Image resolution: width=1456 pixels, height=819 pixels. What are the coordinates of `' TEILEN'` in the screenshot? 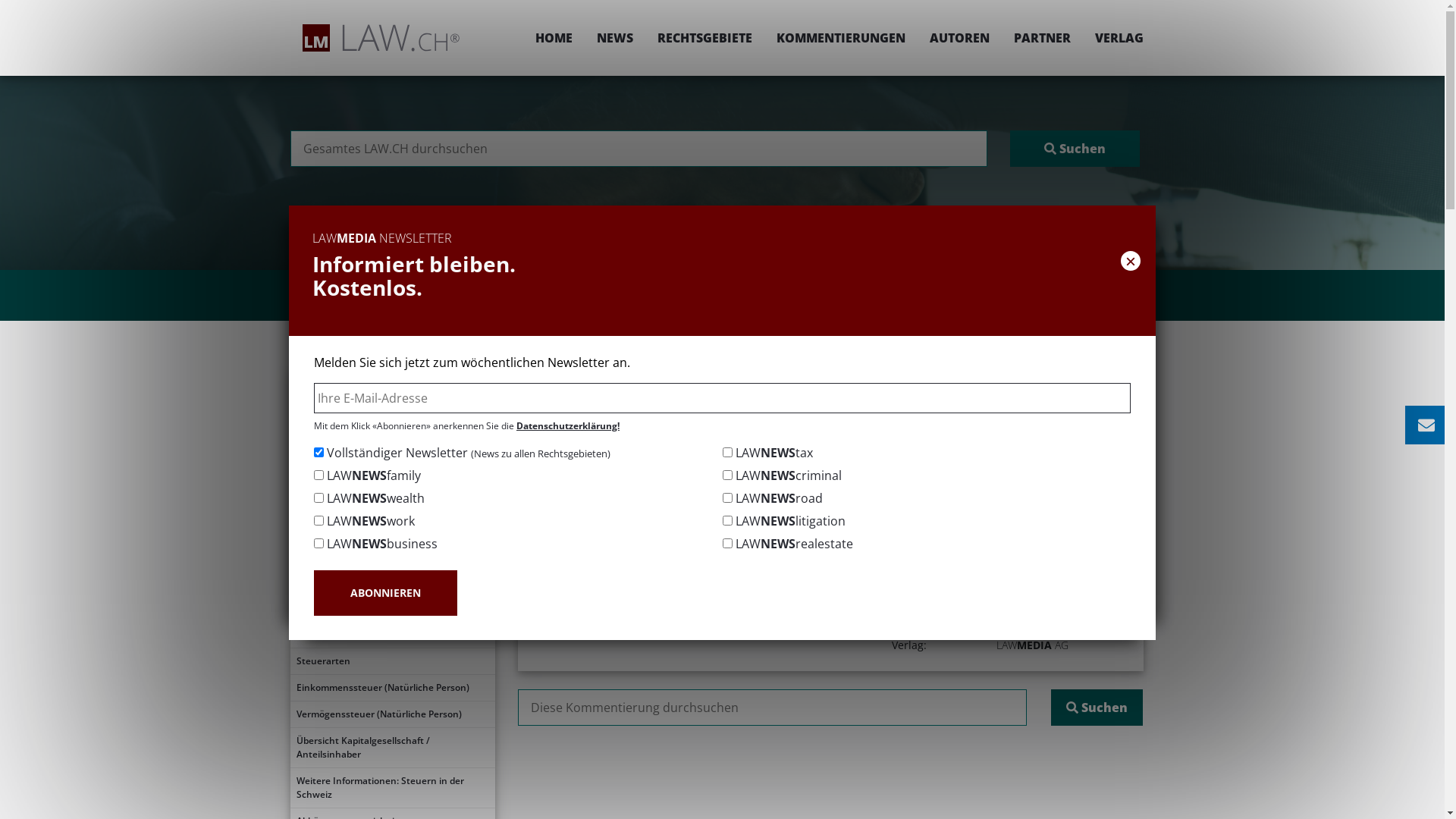 It's located at (990, 426).